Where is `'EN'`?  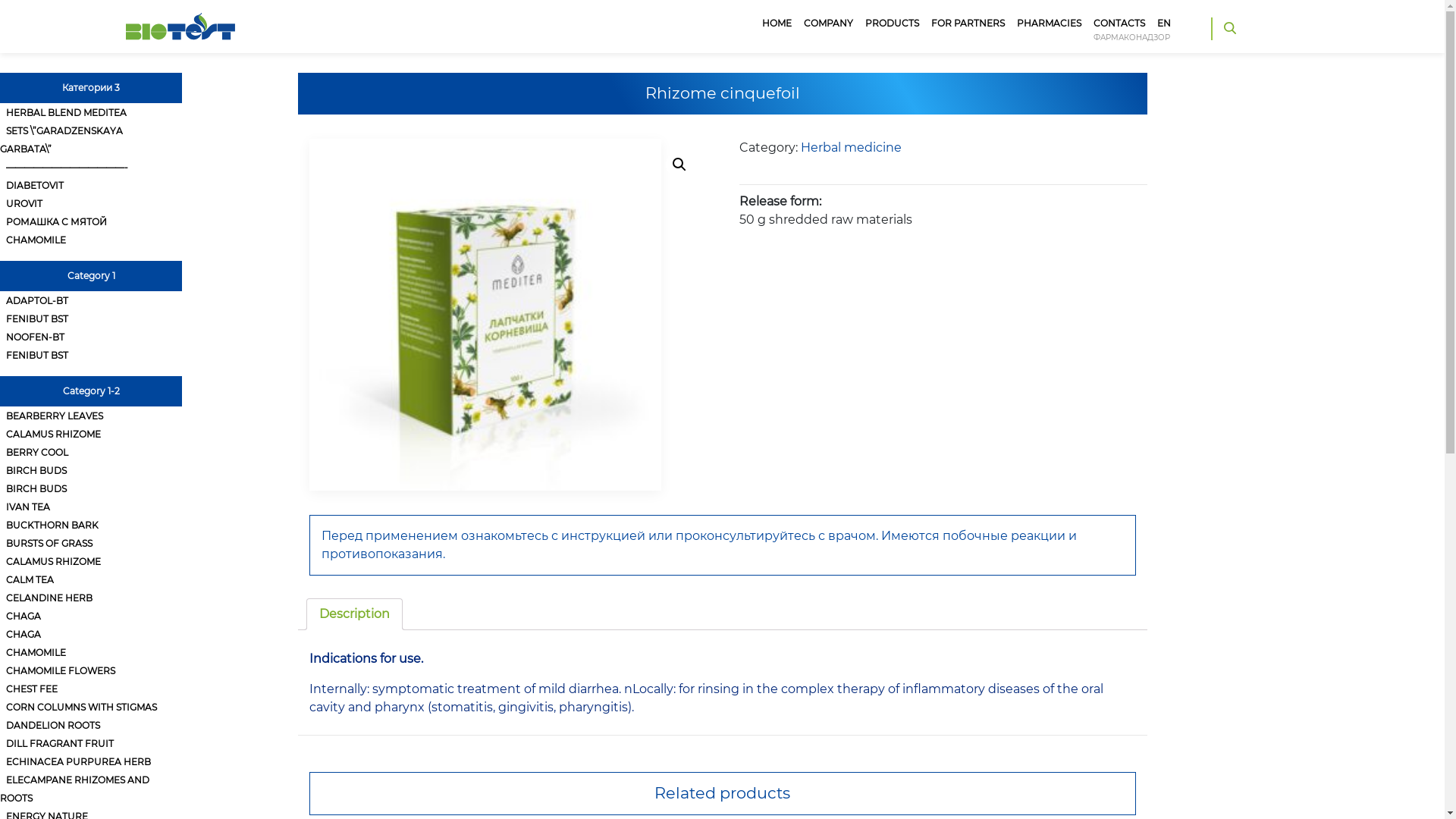 'EN' is located at coordinates (1163, 23).